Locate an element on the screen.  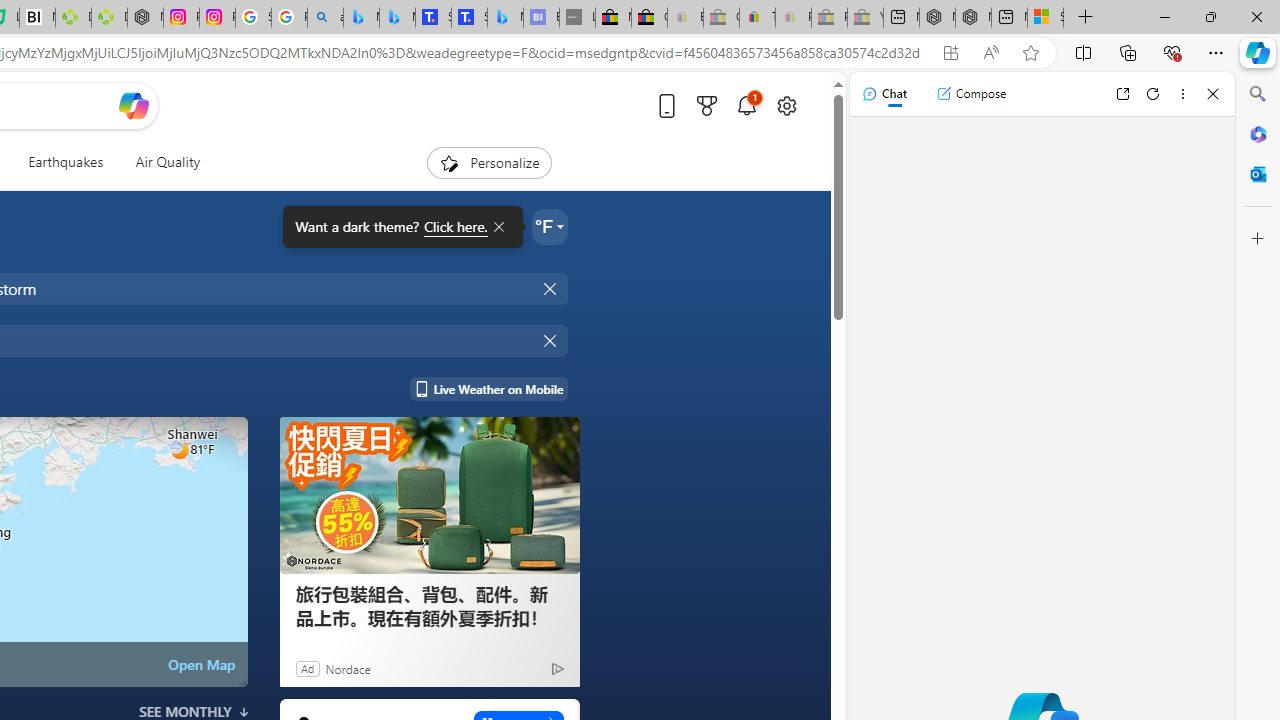
'Press Room - eBay Inc. - Sleeping' is located at coordinates (829, 17).